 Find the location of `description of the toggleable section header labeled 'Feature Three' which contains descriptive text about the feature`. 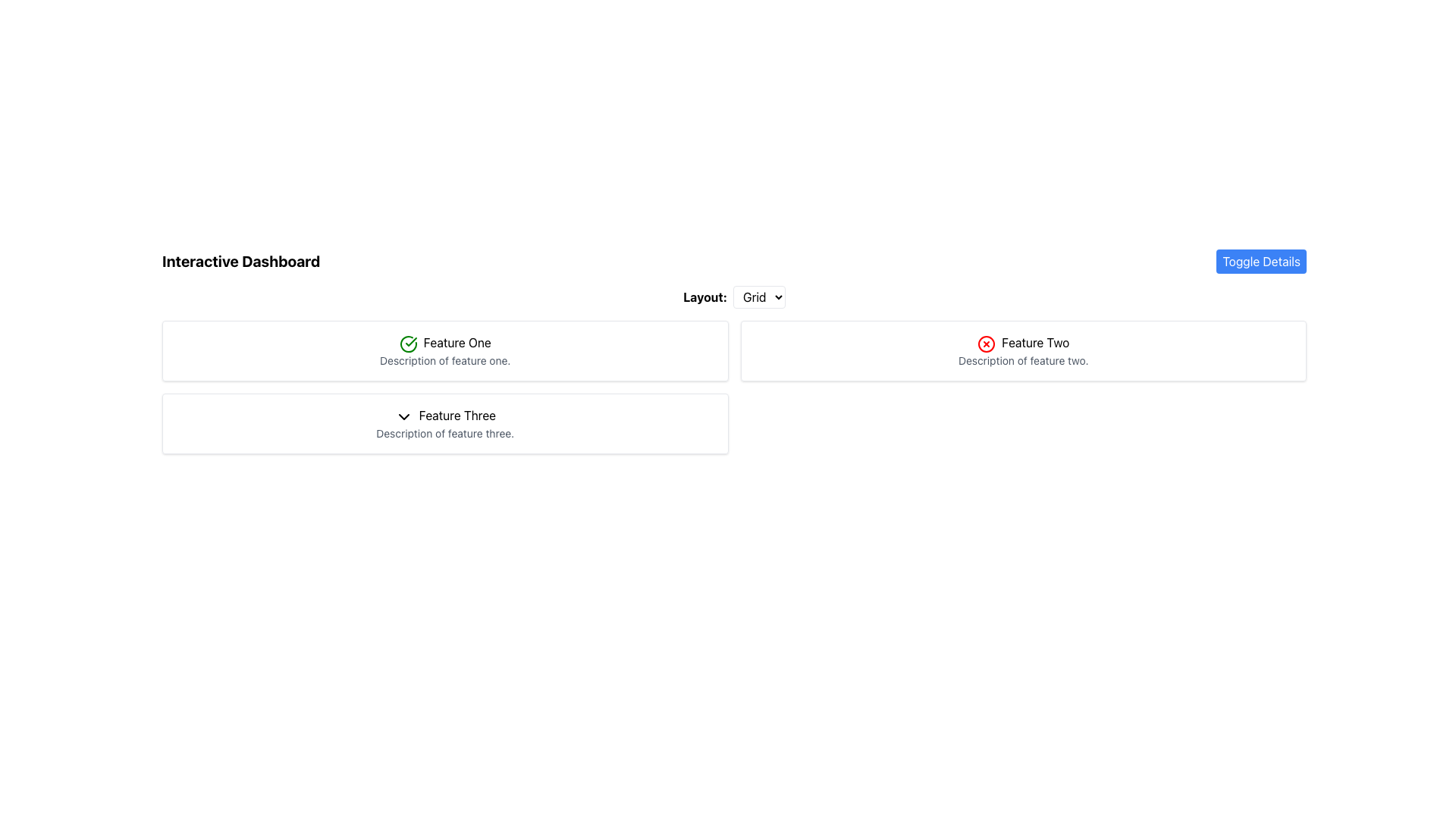

description of the toggleable section header labeled 'Feature Three' which contains descriptive text about the feature is located at coordinates (444, 423).